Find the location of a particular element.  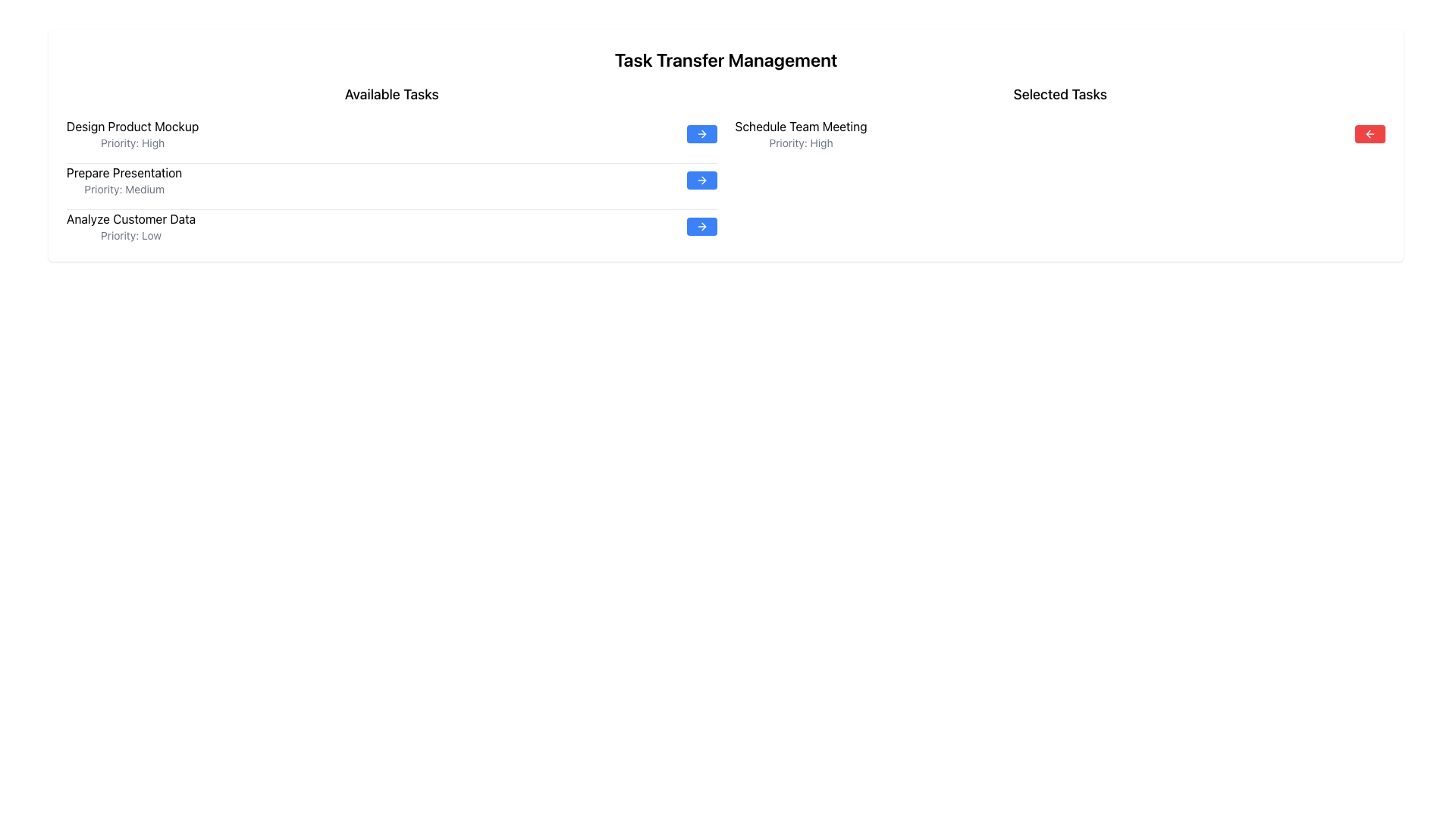

the topmost entry in the 'Selected Tasks' column under the 'Task Transfer Management' interface is located at coordinates (800, 133).